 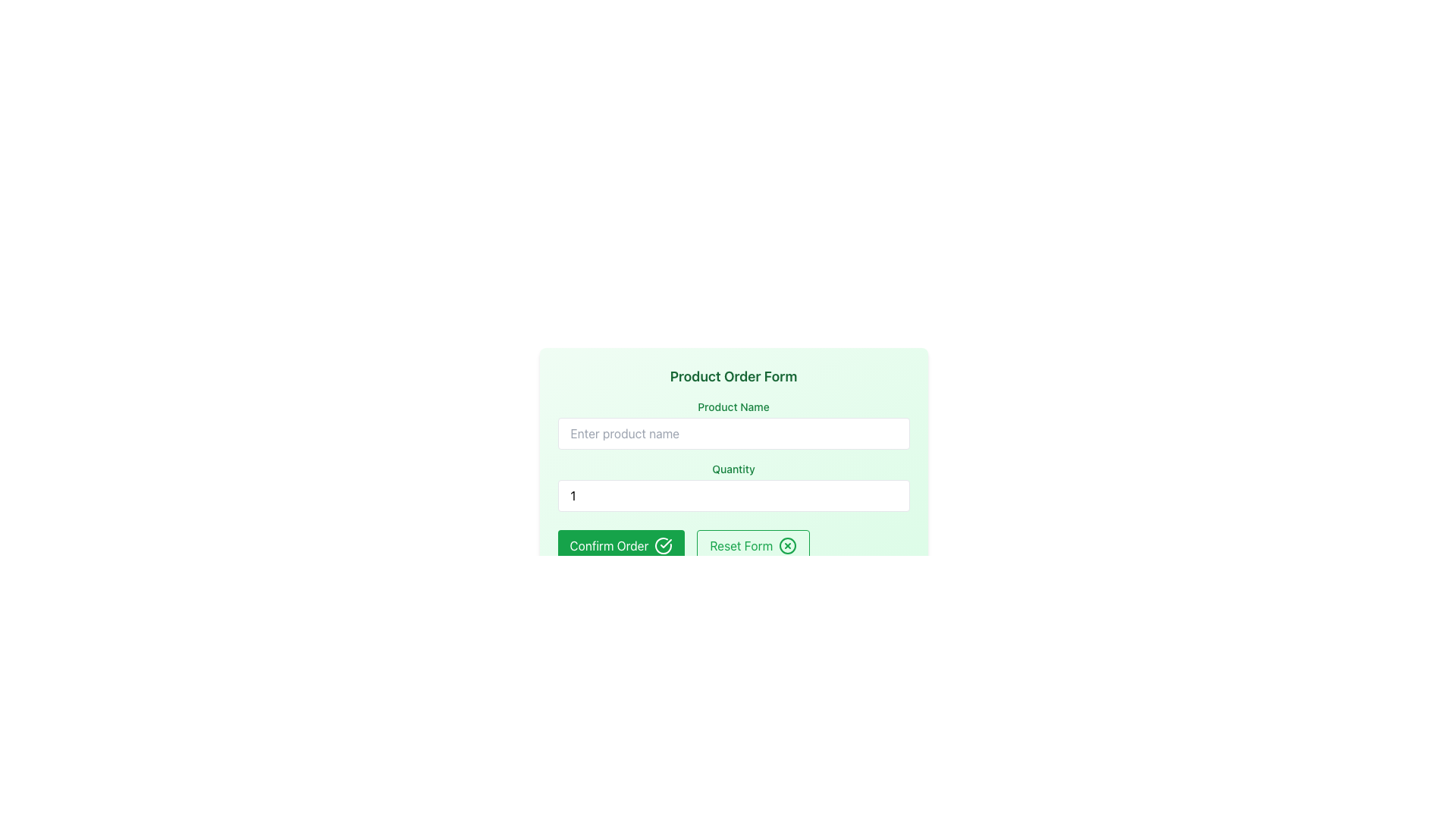 What do you see at coordinates (733, 406) in the screenshot?
I see `the 'Product Name' label element, which displays the text in green and is located above the input field for entering a product name` at bounding box center [733, 406].